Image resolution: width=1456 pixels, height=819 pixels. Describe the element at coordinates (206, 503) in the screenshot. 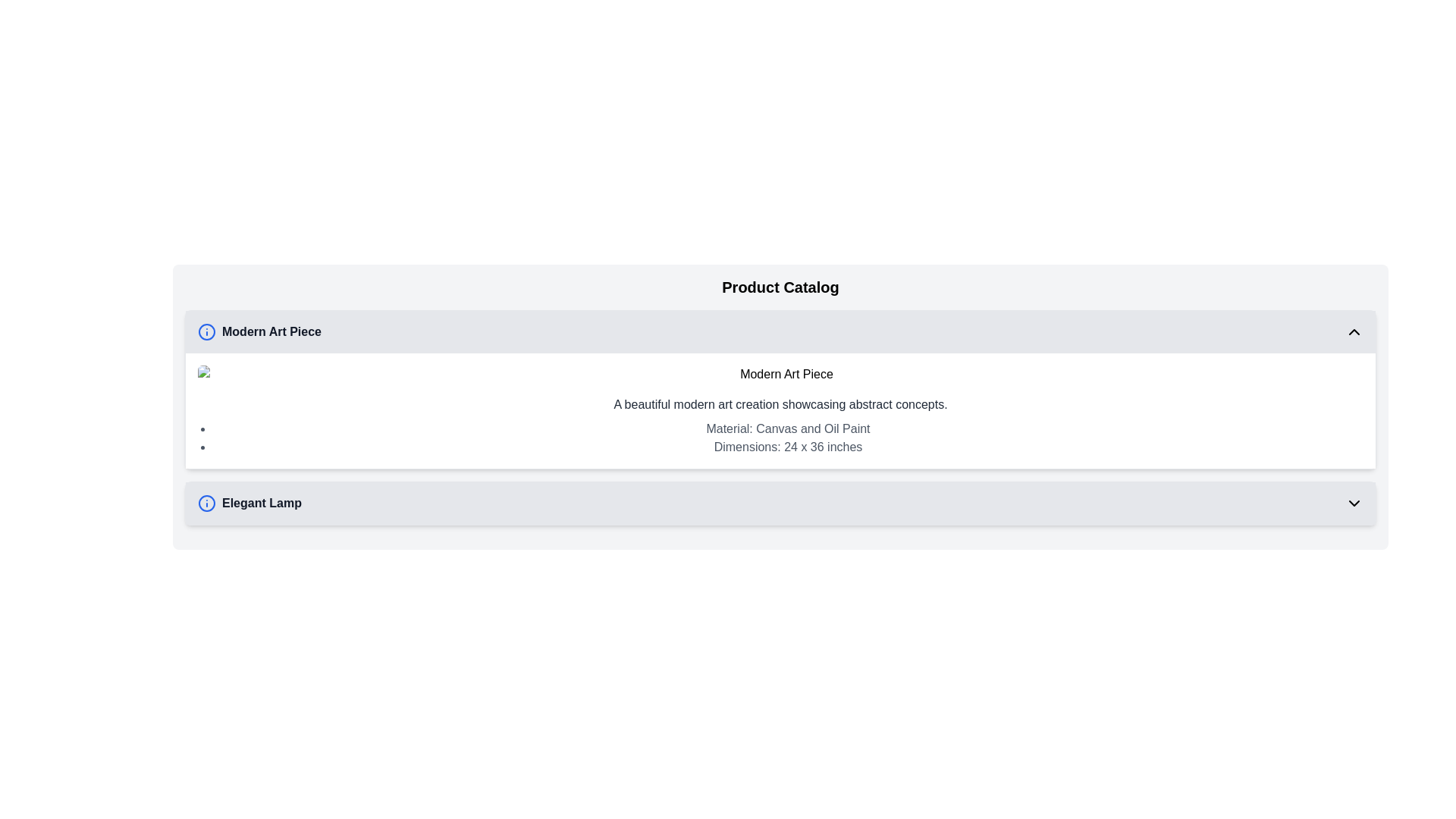

I see `the informational icon located to the left of the text 'Elegant Lamp' for accessibility utilities` at that location.